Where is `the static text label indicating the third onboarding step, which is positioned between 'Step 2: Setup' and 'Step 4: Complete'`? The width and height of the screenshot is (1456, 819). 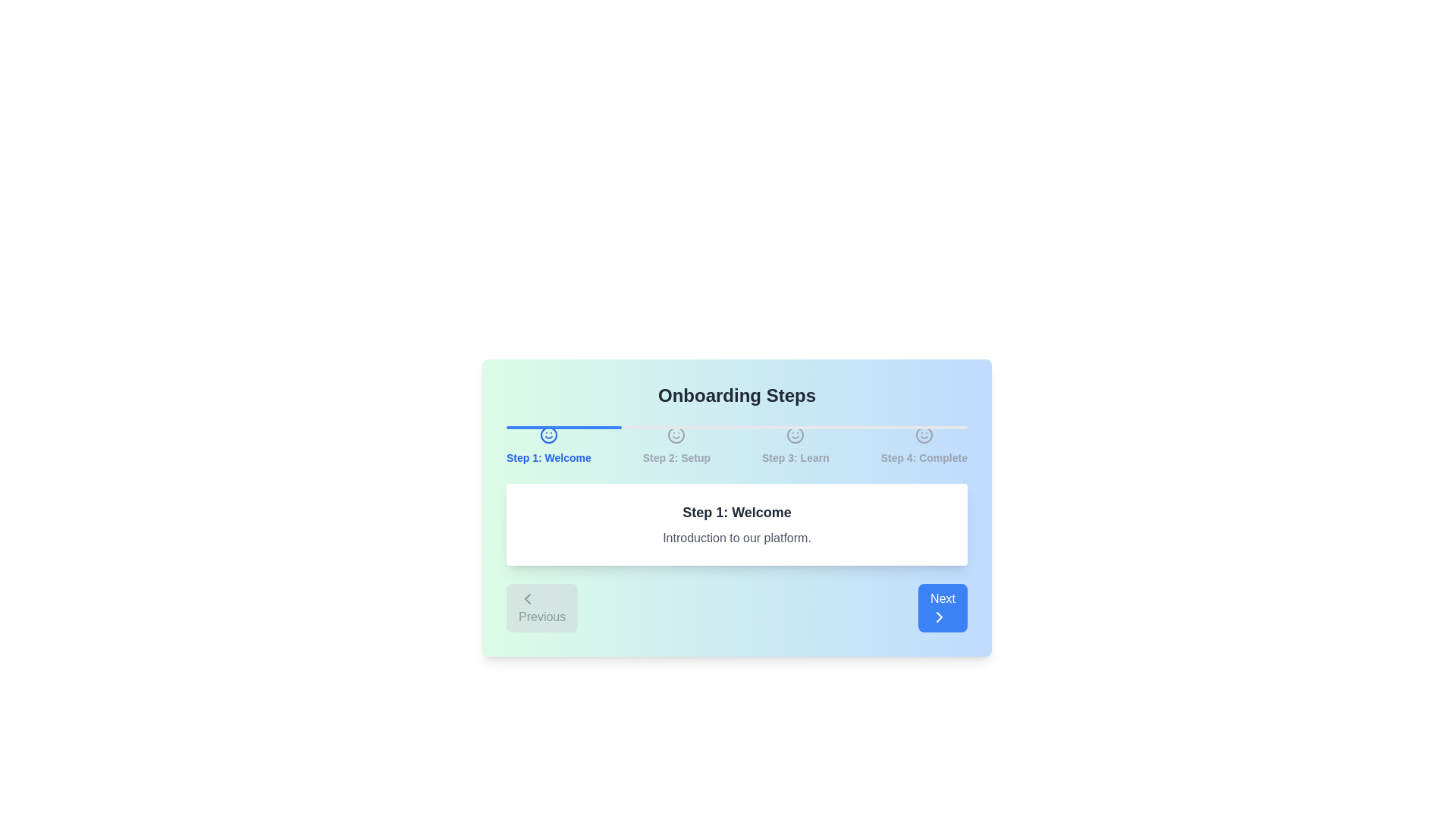 the static text label indicating the third onboarding step, which is positioned between 'Step 2: Setup' and 'Step 4: Complete' is located at coordinates (795, 457).